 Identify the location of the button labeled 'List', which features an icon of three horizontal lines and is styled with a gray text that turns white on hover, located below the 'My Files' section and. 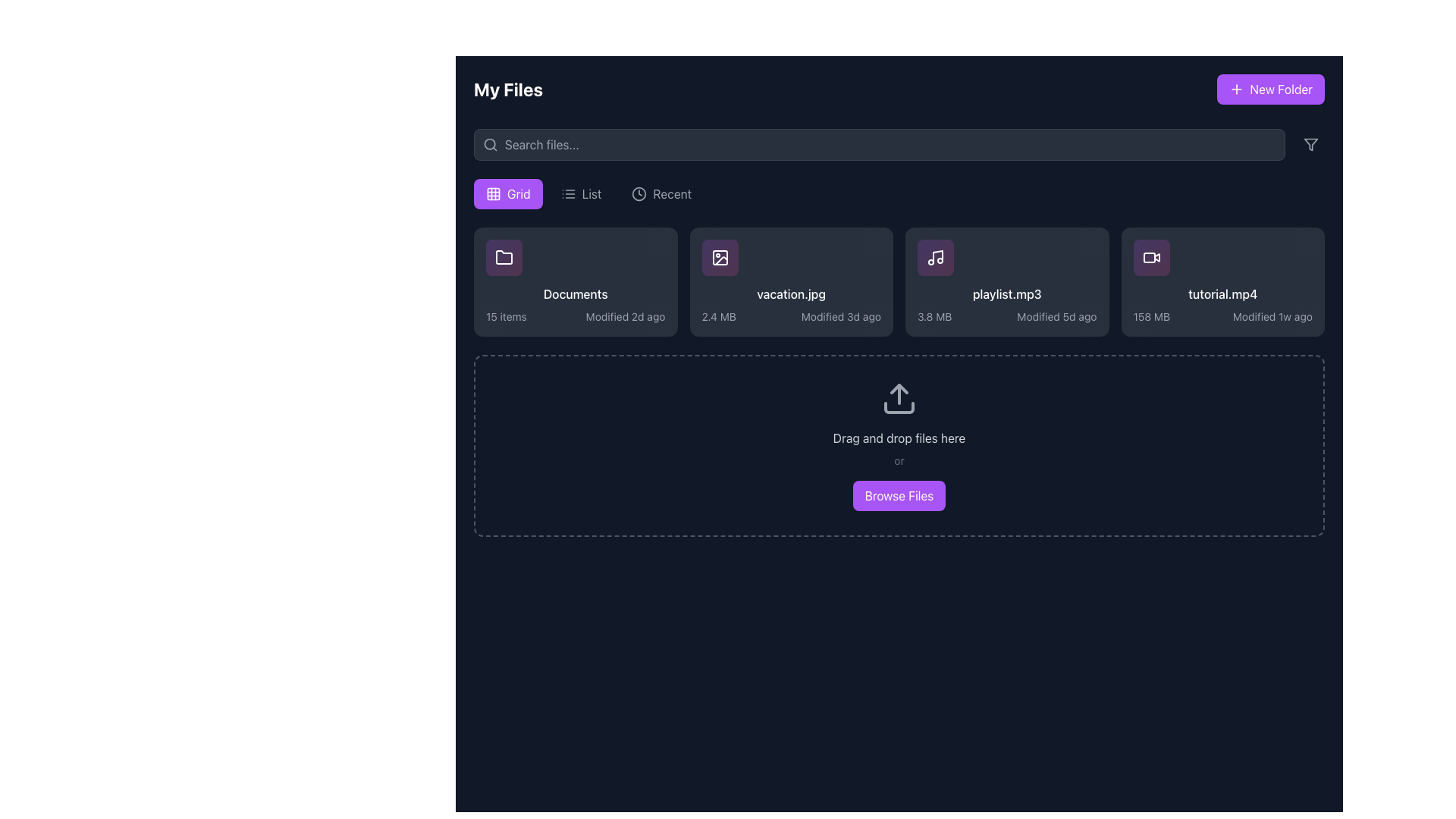
(580, 193).